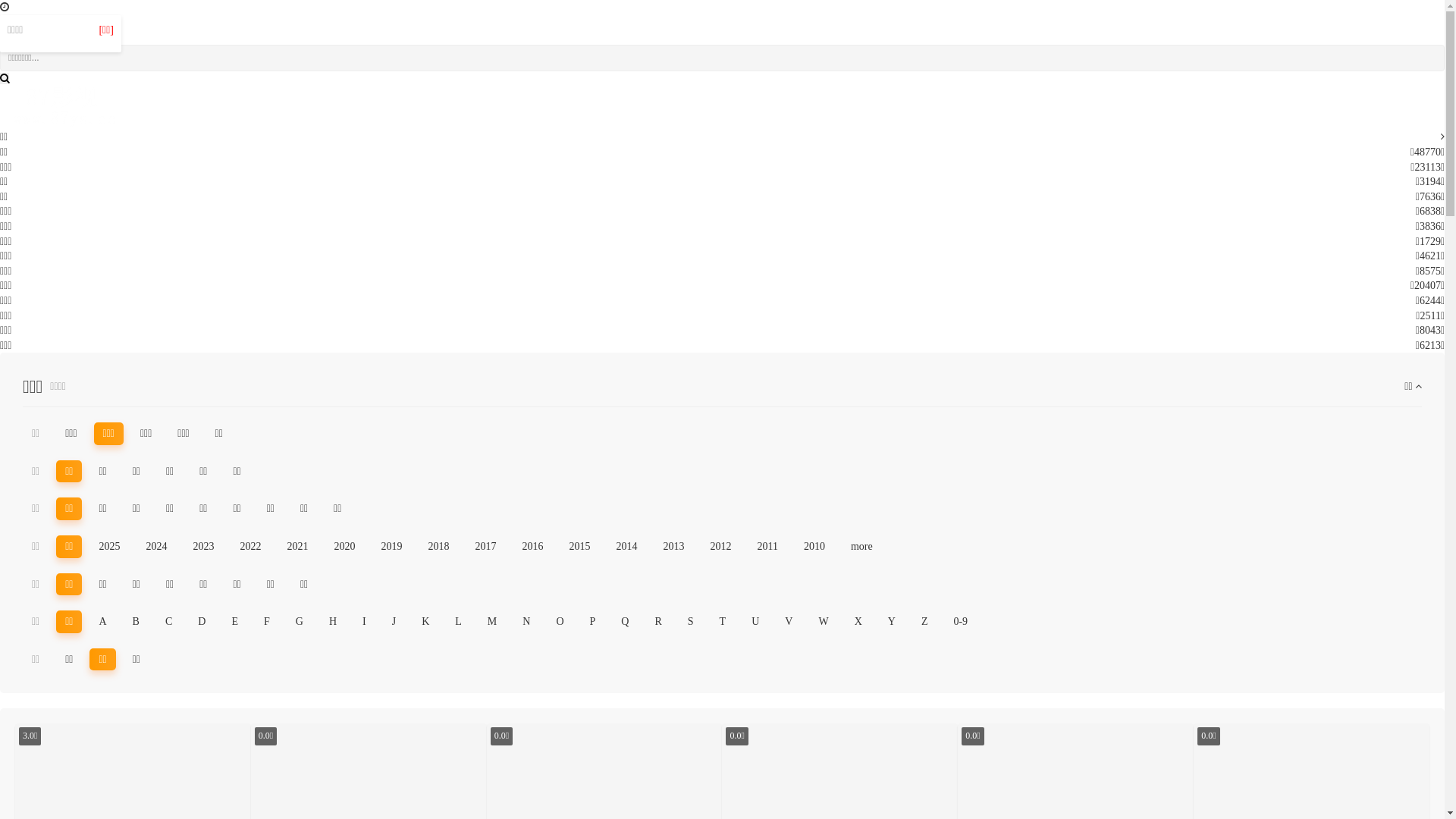  I want to click on 'S', so click(677, 622).